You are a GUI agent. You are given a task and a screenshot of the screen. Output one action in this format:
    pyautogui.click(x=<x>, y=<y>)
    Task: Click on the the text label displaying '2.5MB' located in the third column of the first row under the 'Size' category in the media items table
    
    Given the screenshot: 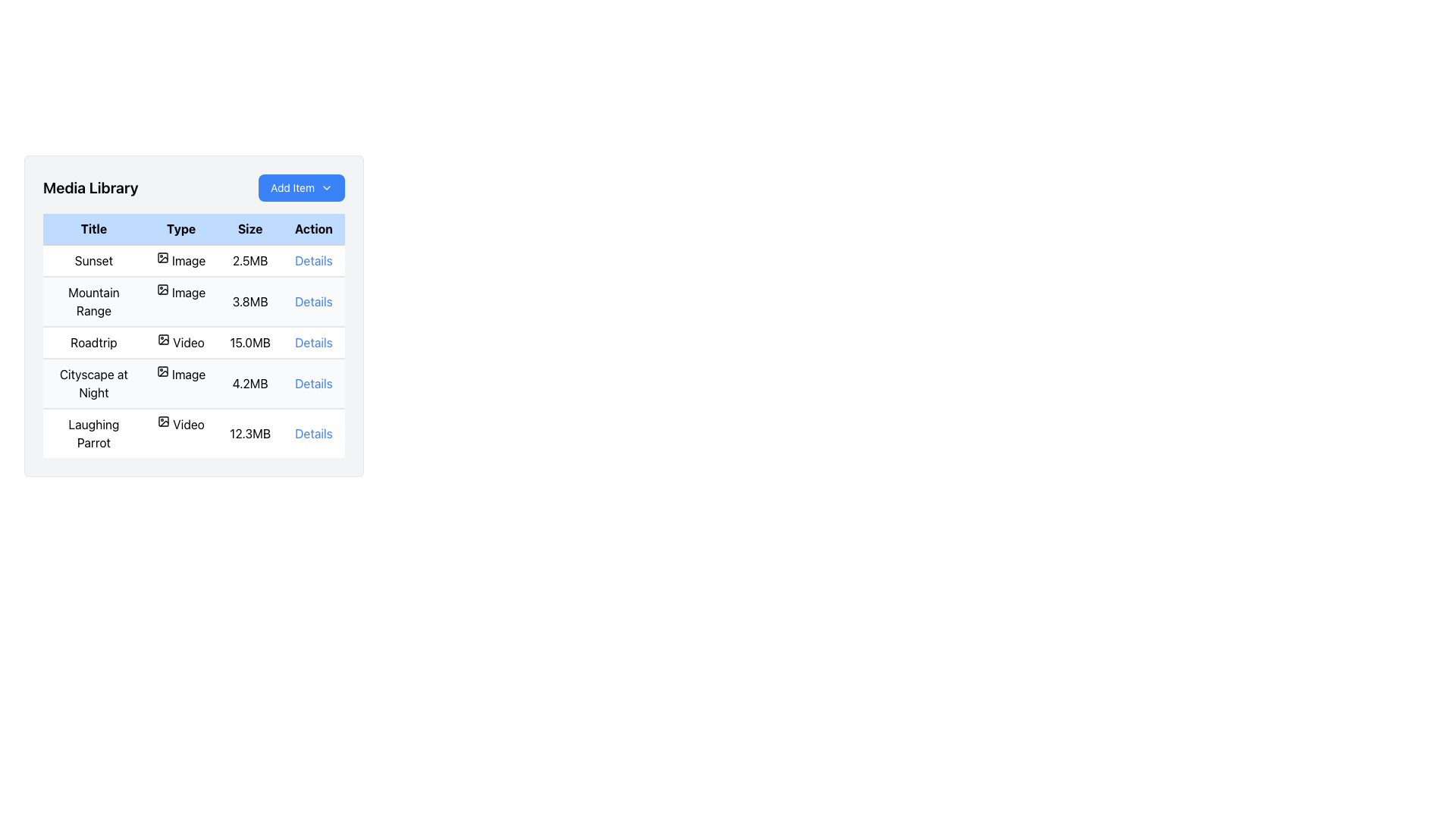 What is the action you would take?
    pyautogui.click(x=250, y=259)
    